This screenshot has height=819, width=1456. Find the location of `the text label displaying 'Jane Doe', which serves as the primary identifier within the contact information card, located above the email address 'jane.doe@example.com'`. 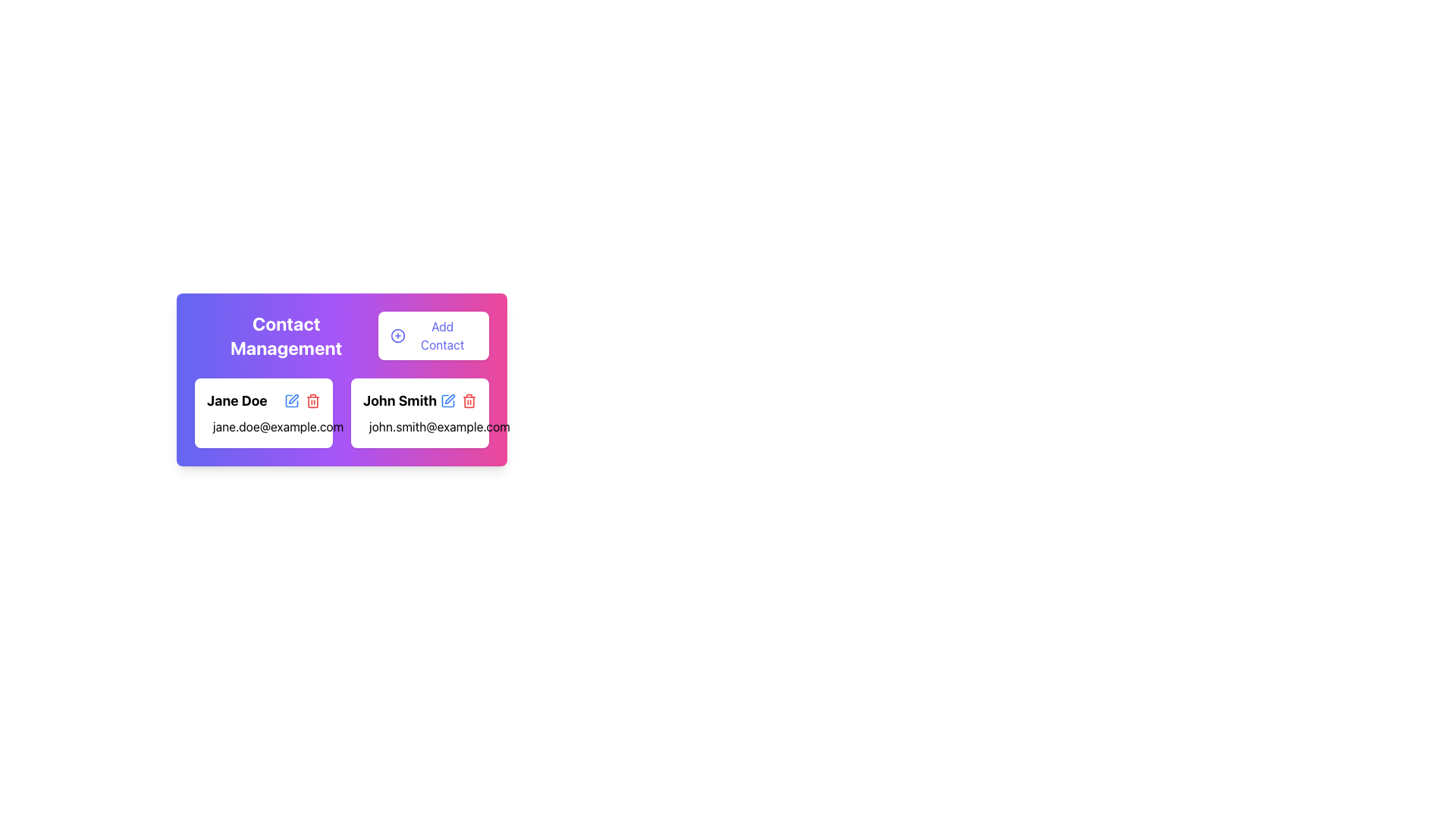

the text label displaying 'Jane Doe', which serves as the primary identifier within the contact information card, located above the email address 'jane.doe@example.com' is located at coordinates (263, 400).